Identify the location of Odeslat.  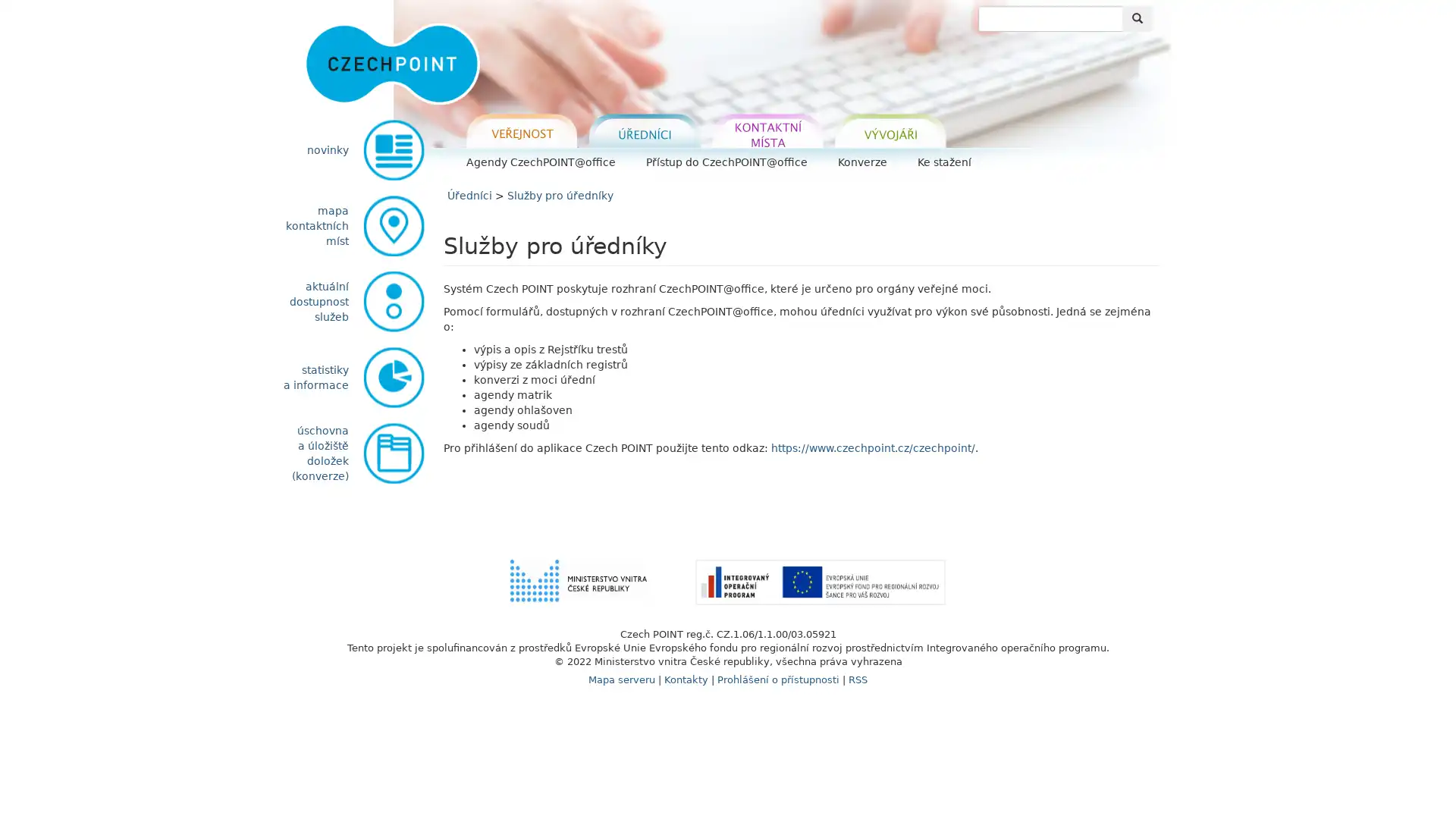
(1137, 18).